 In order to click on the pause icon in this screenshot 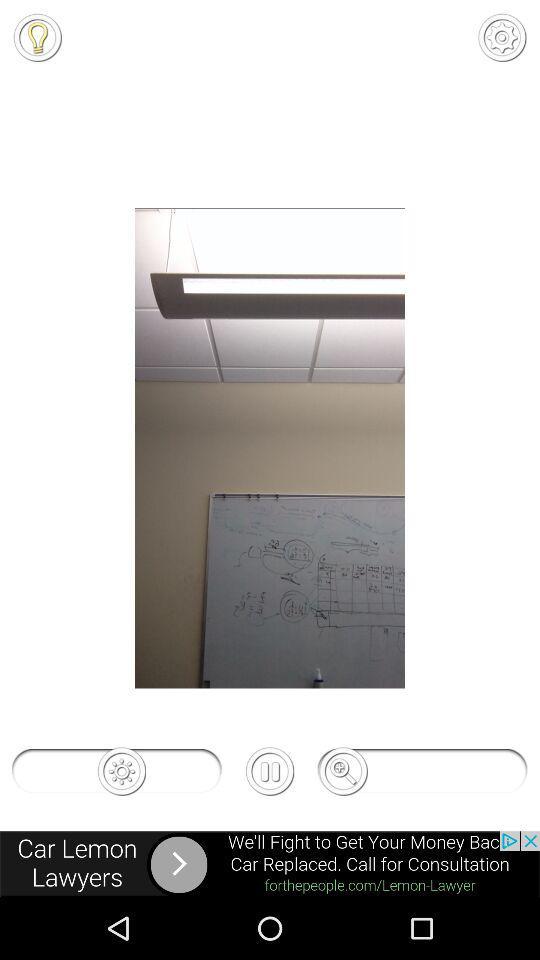, I will do `click(270, 770)`.